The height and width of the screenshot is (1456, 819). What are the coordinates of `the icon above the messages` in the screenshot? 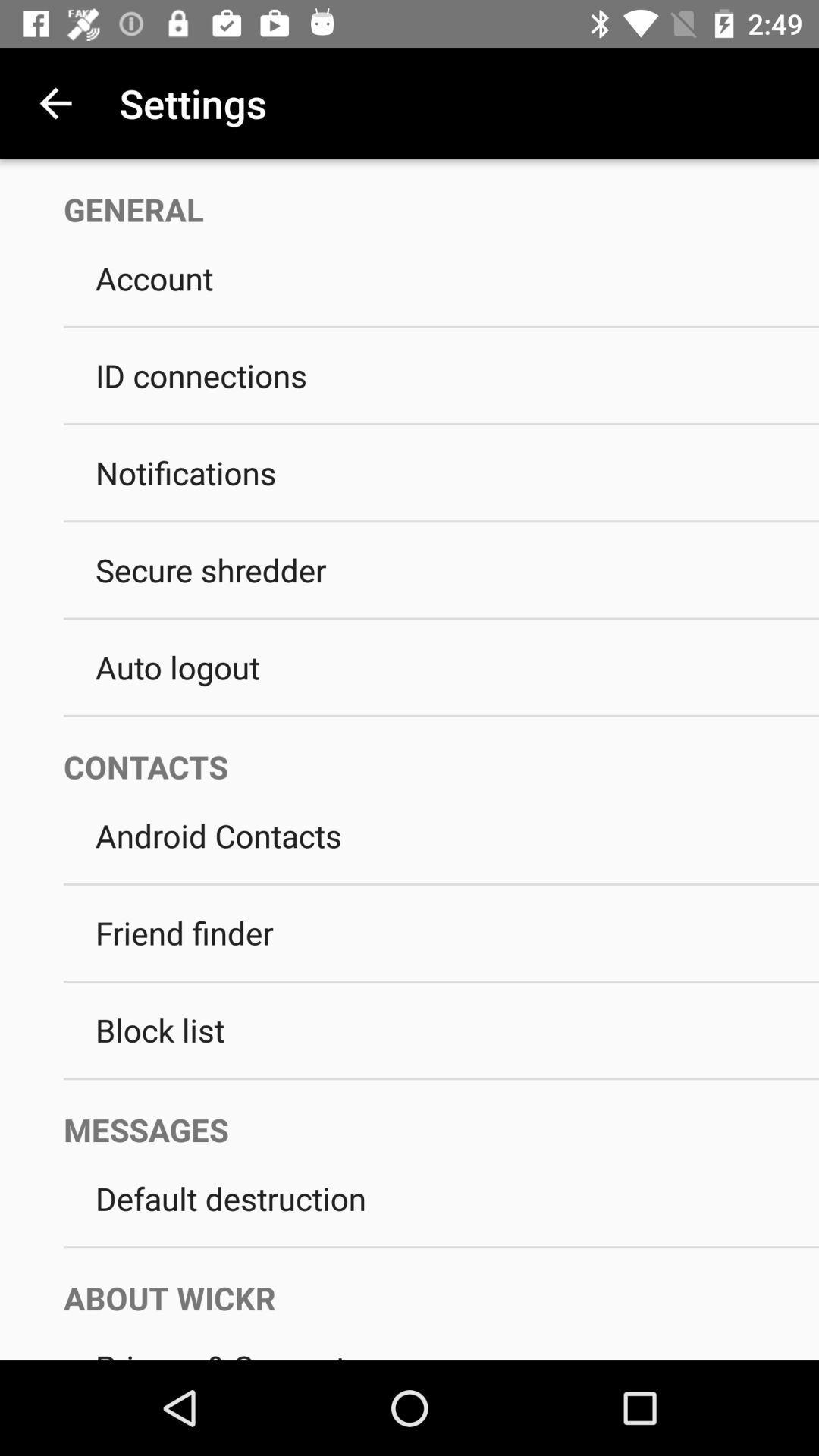 It's located at (441, 1078).